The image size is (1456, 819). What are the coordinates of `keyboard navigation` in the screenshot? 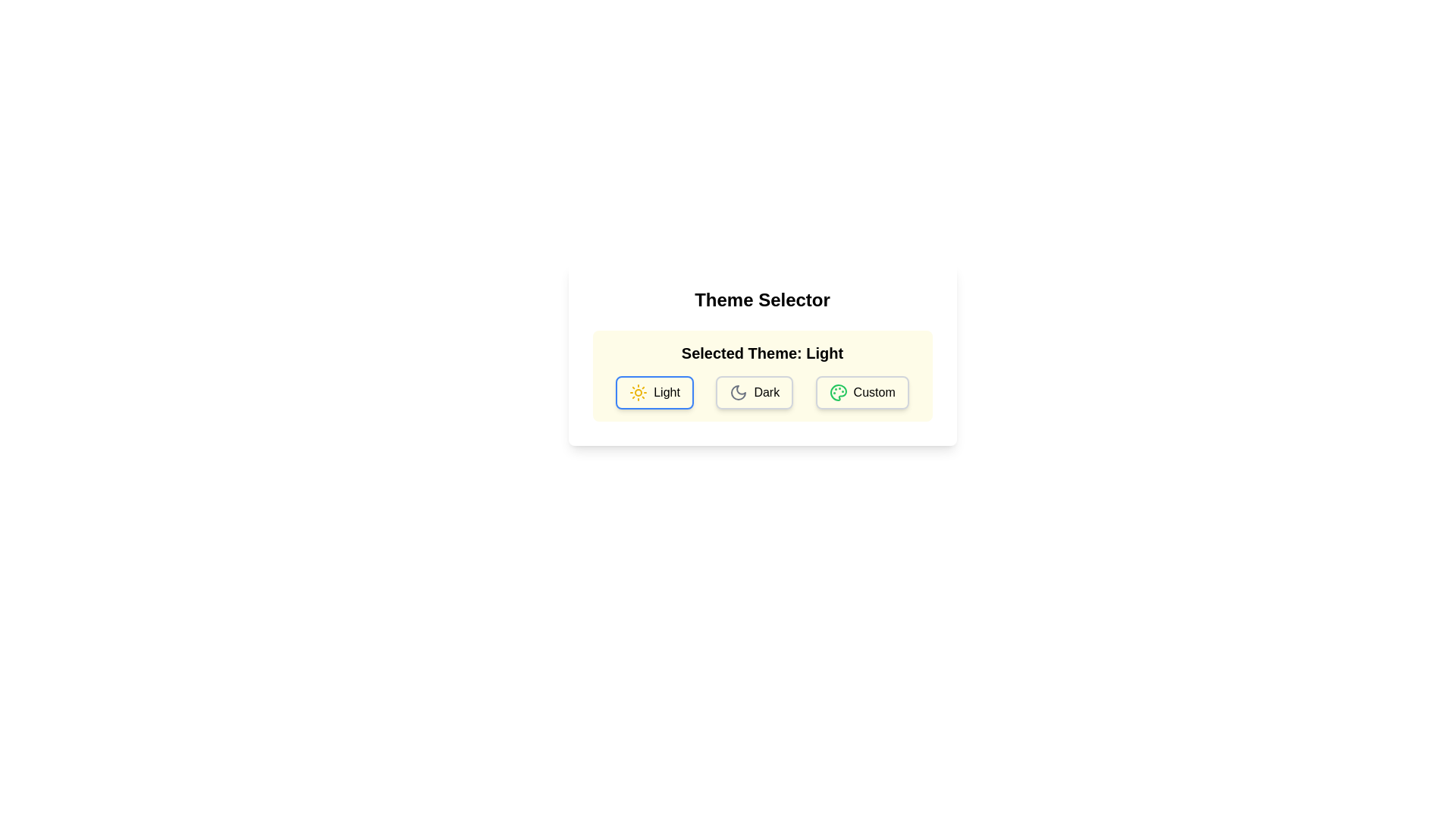 It's located at (654, 391).